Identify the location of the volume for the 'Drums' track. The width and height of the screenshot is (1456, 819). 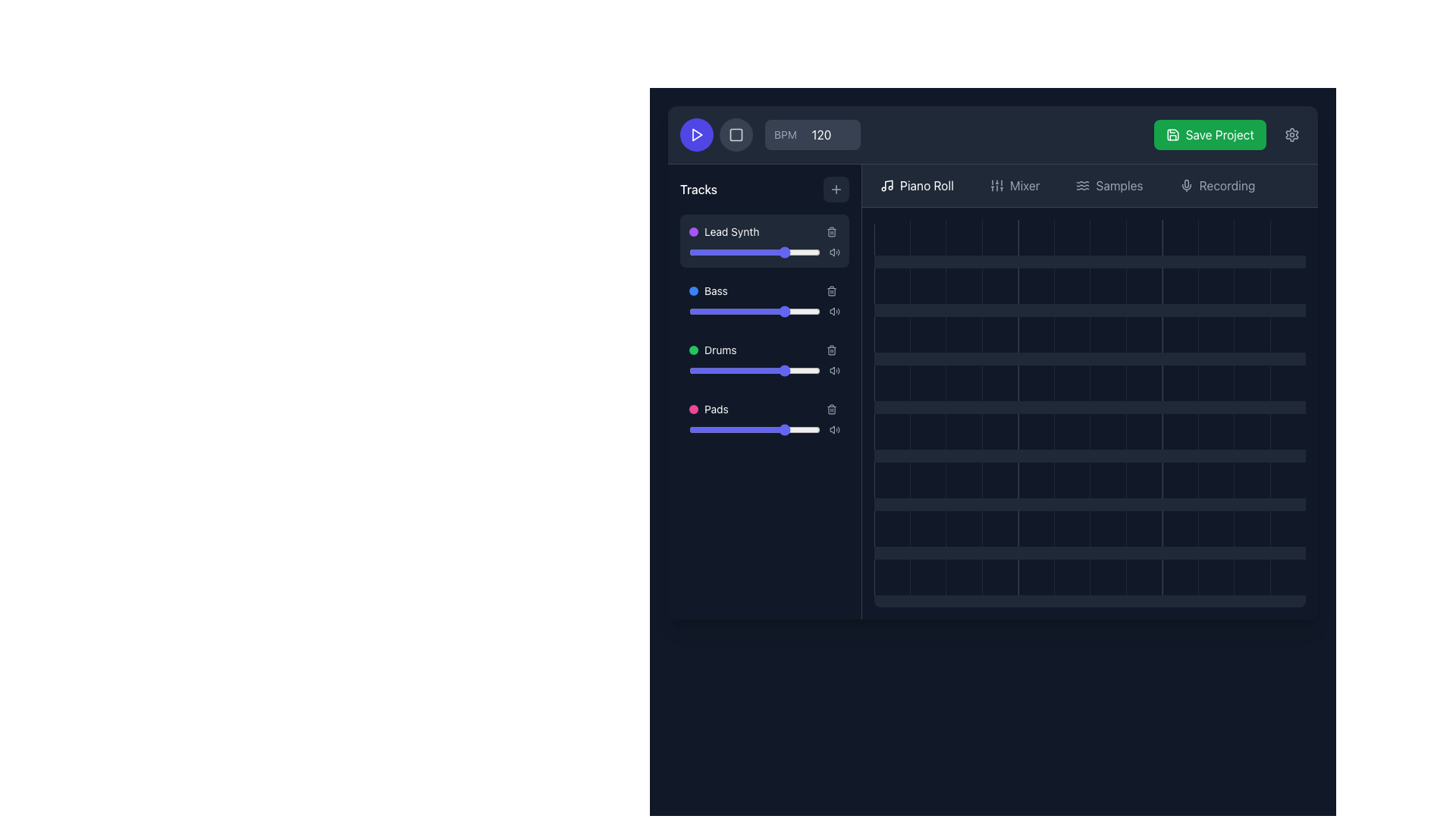
(777, 350).